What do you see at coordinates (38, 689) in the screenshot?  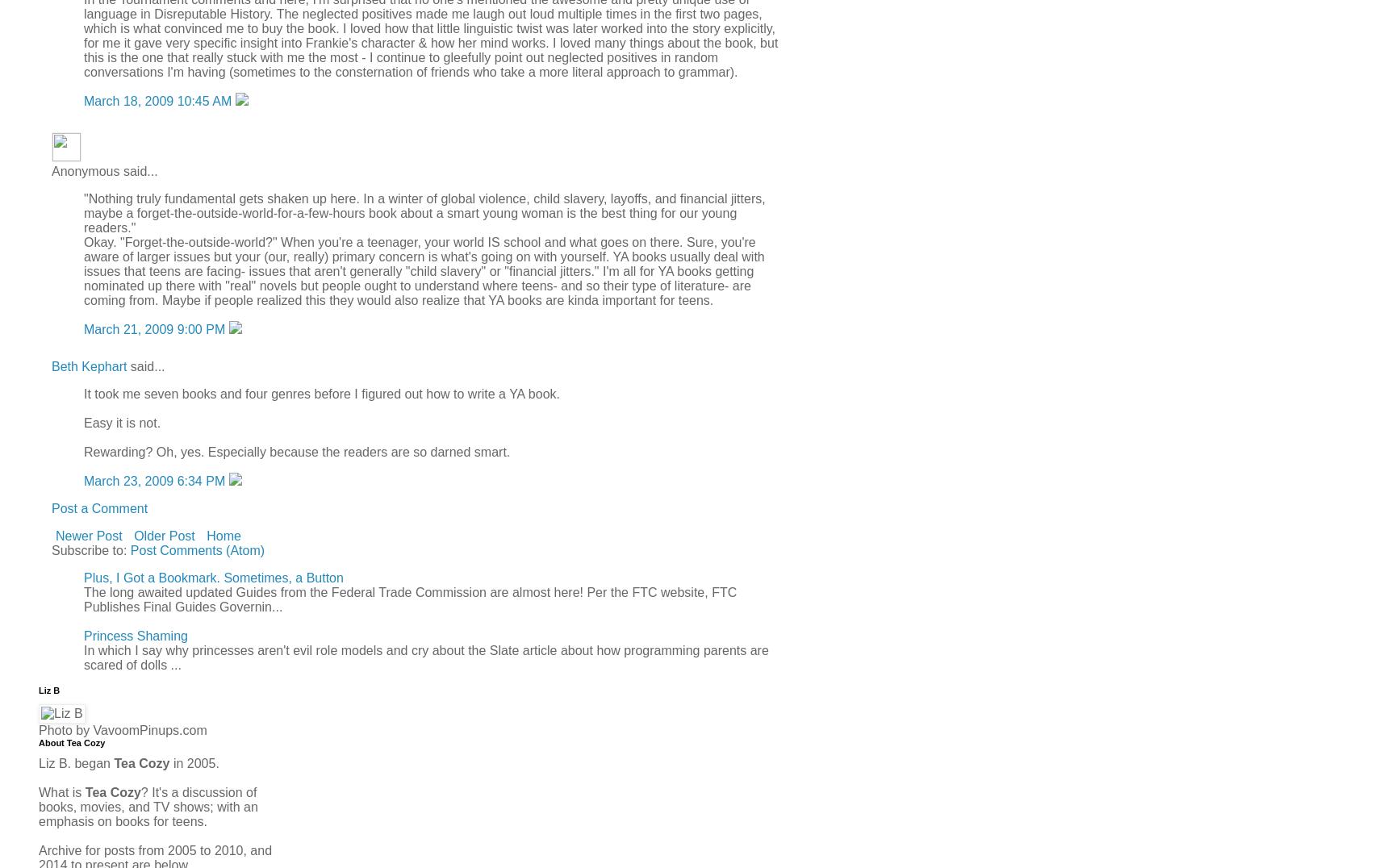 I see `'Liz B'` at bounding box center [38, 689].